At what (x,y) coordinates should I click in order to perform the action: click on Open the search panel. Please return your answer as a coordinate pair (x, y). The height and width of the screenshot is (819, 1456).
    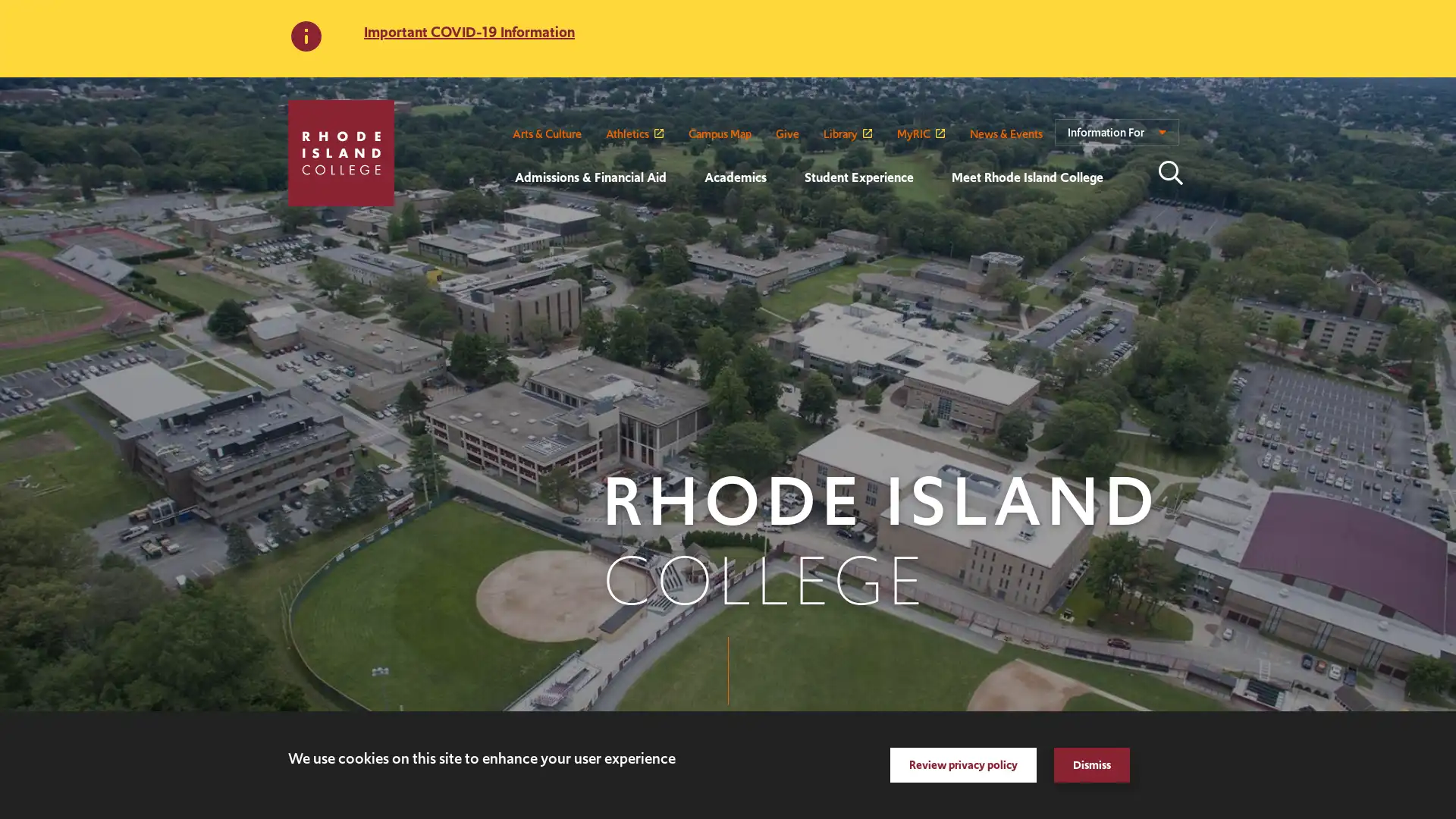
    Looking at the image, I should click on (1170, 171).